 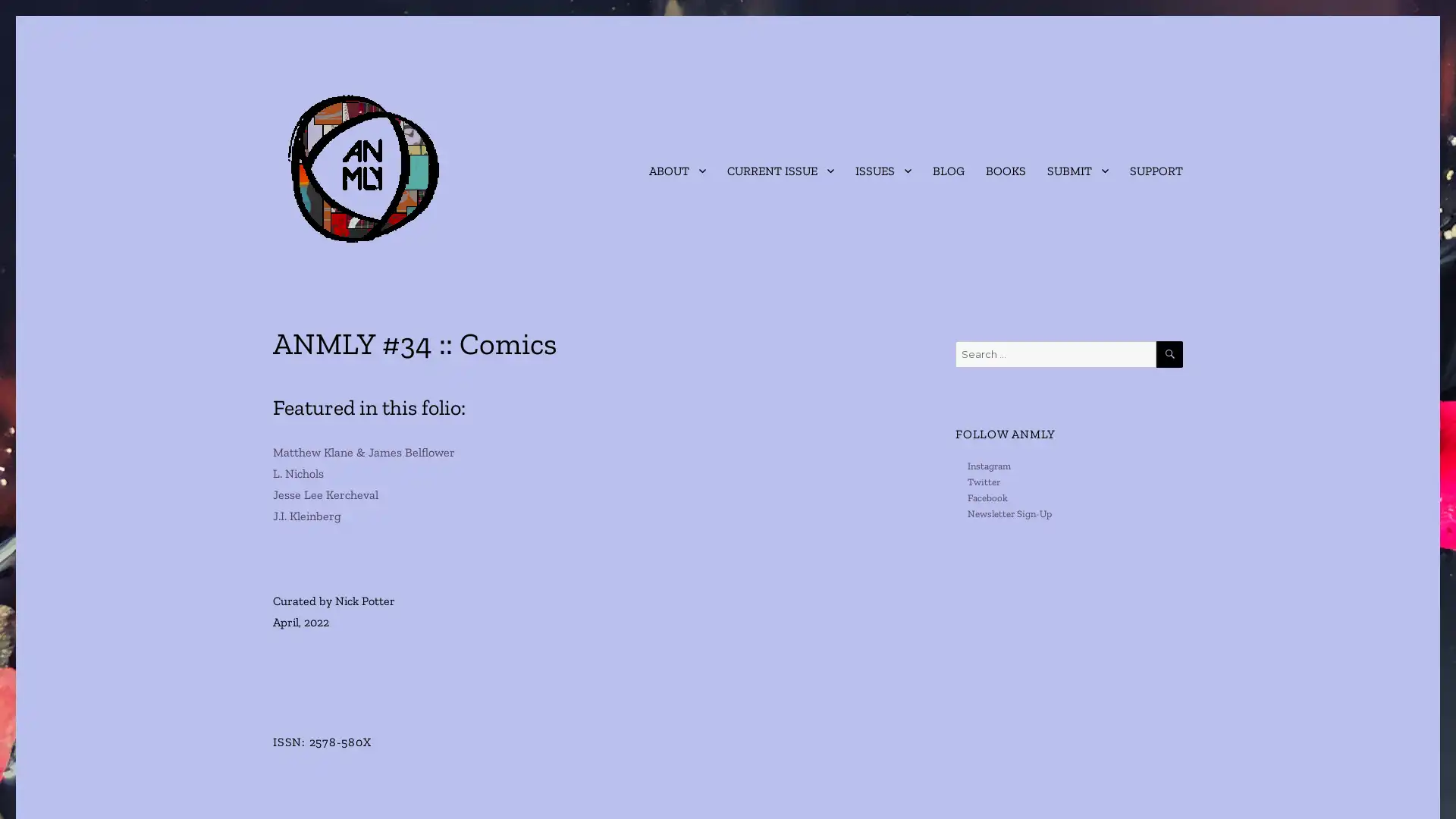 I want to click on SEARCH, so click(x=1169, y=354).